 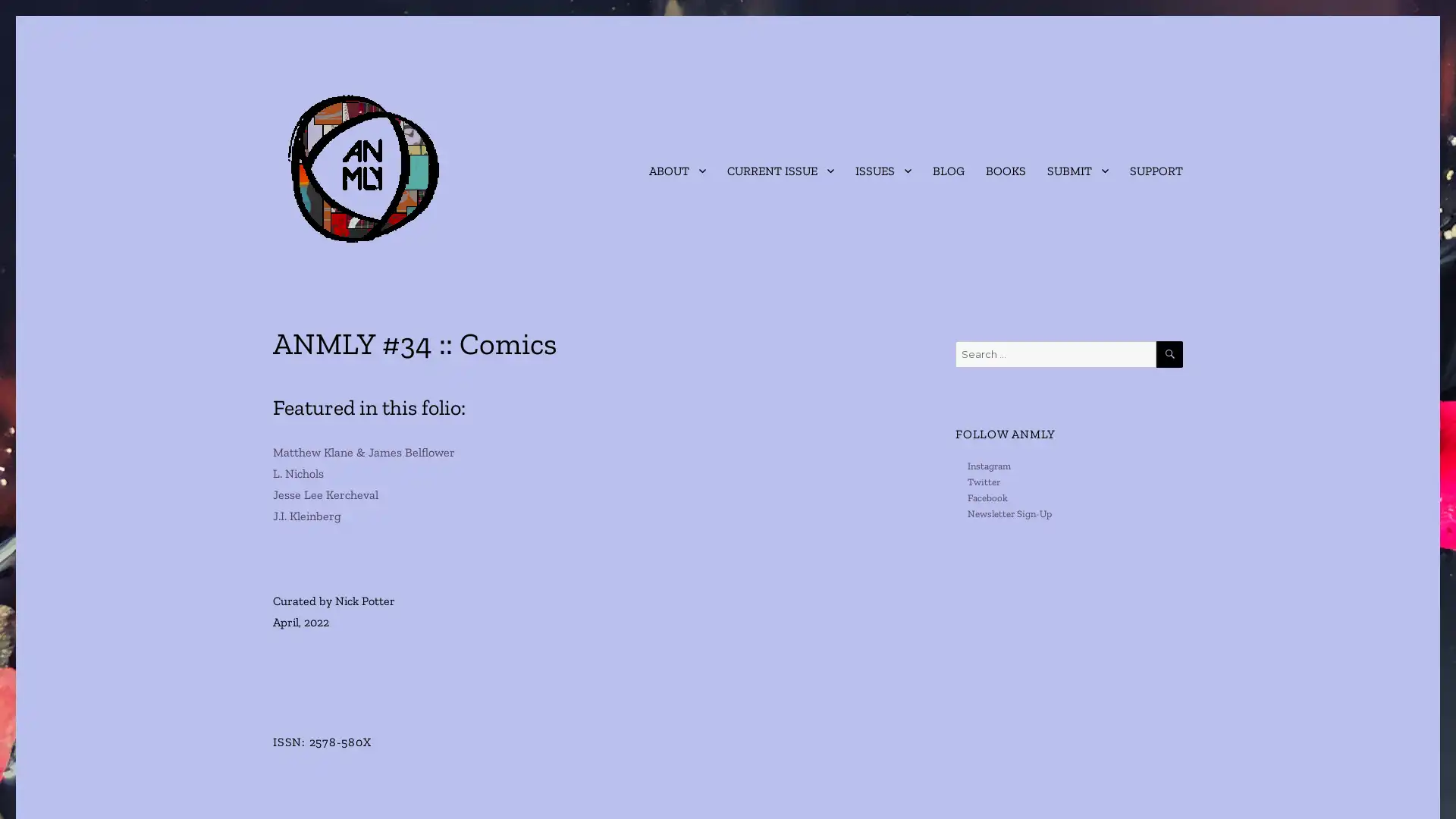 I want to click on SEARCH, so click(x=1169, y=354).